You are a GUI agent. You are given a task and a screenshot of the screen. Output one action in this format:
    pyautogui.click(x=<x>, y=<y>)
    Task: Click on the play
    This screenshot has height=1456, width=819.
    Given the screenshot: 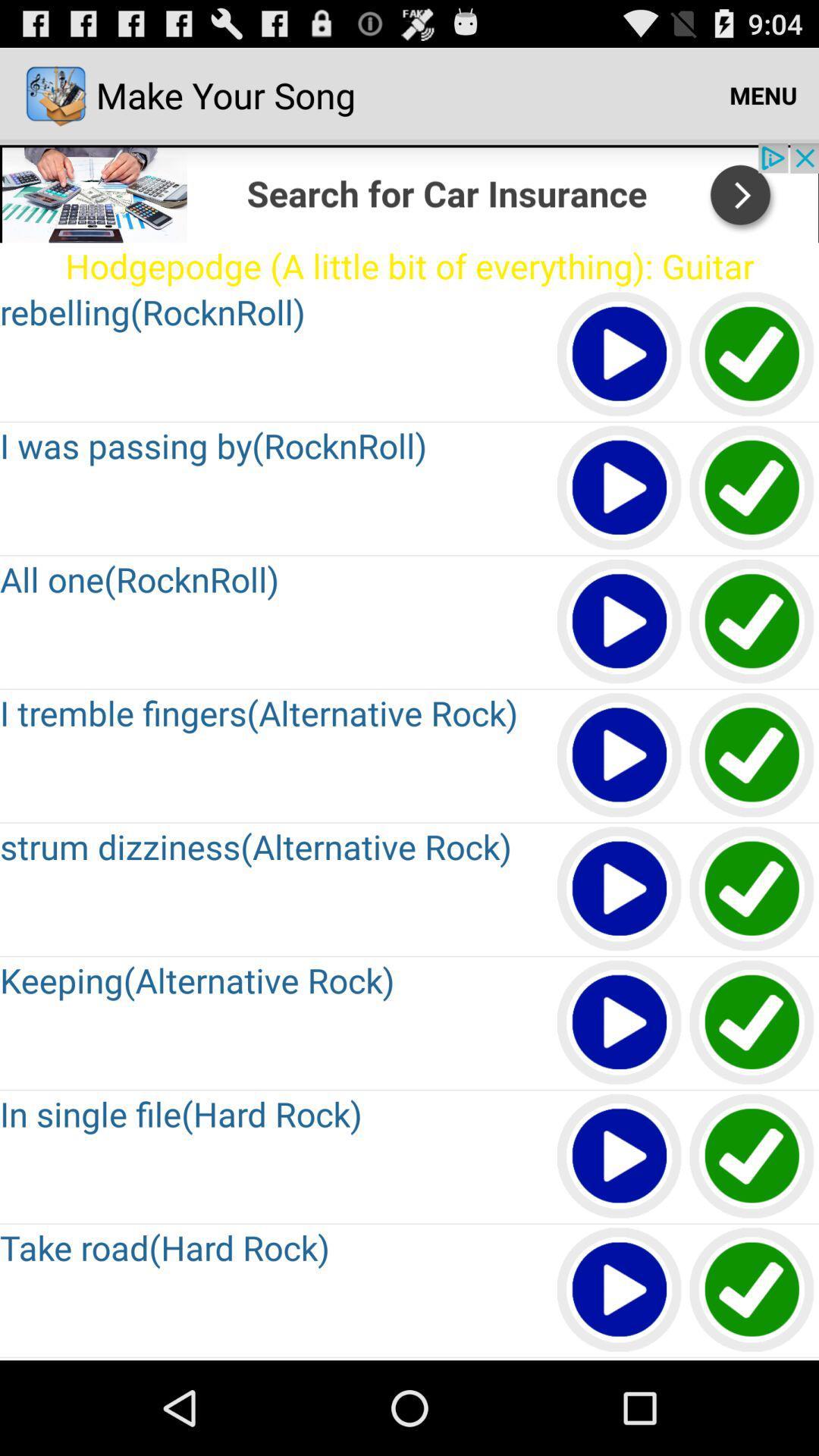 What is the action you would take?
    pyautogui.click(x=752, y=890)
    